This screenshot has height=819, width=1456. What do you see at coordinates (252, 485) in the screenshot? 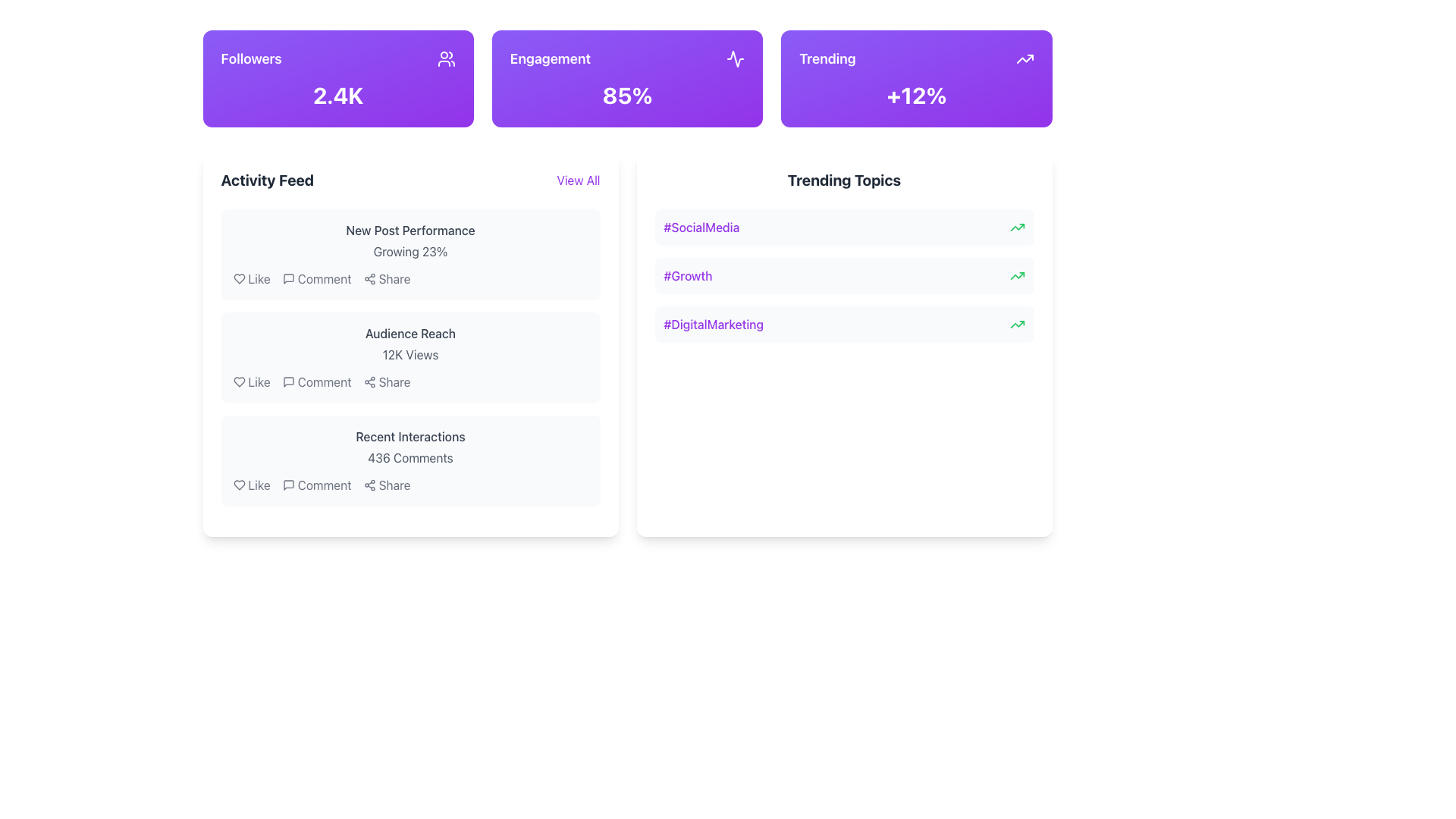
I see `the 'Like' button with the heart symbol on its left, located in the 'Recent Interactions' section of the Activity Feed` at bounding box center [252, 485].